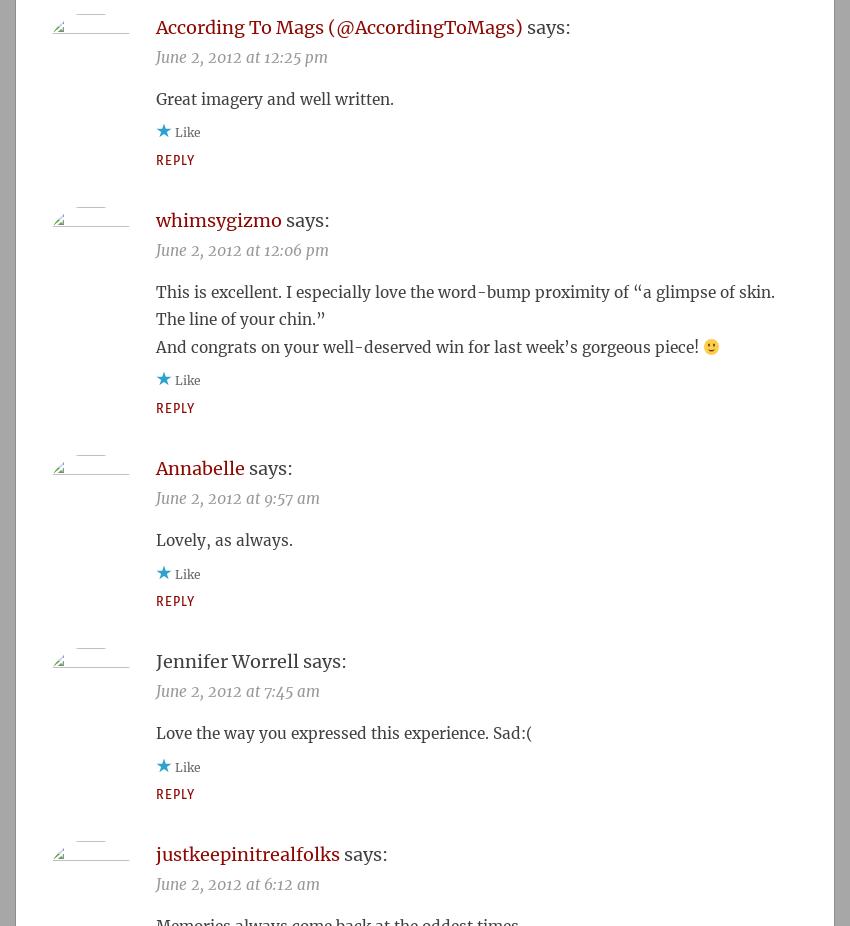 This screenshot has height=926, width=850. What do you see at coordinates (242, 249) in the screenshot?
I see `'June 2, 2012 at 12:06 pm'` at bounding box center [242, 249].